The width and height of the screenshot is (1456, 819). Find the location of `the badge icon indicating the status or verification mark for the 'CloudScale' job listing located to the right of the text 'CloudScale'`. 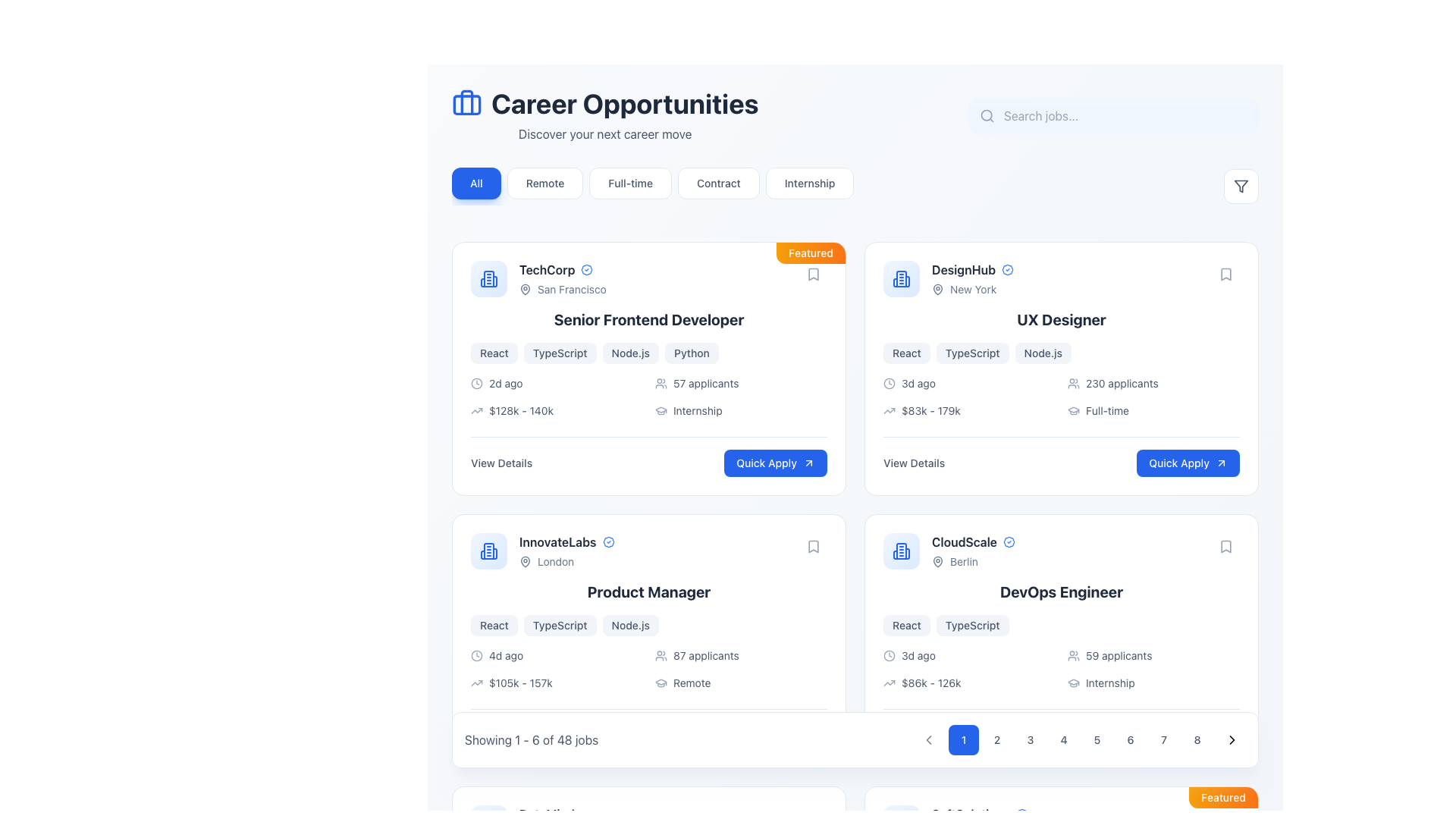

the badge icon indicating the status or verification mark for the 'CloudScale' job listing located to the right of the text 'CloudScale' is located at coordinates (1009, 541).